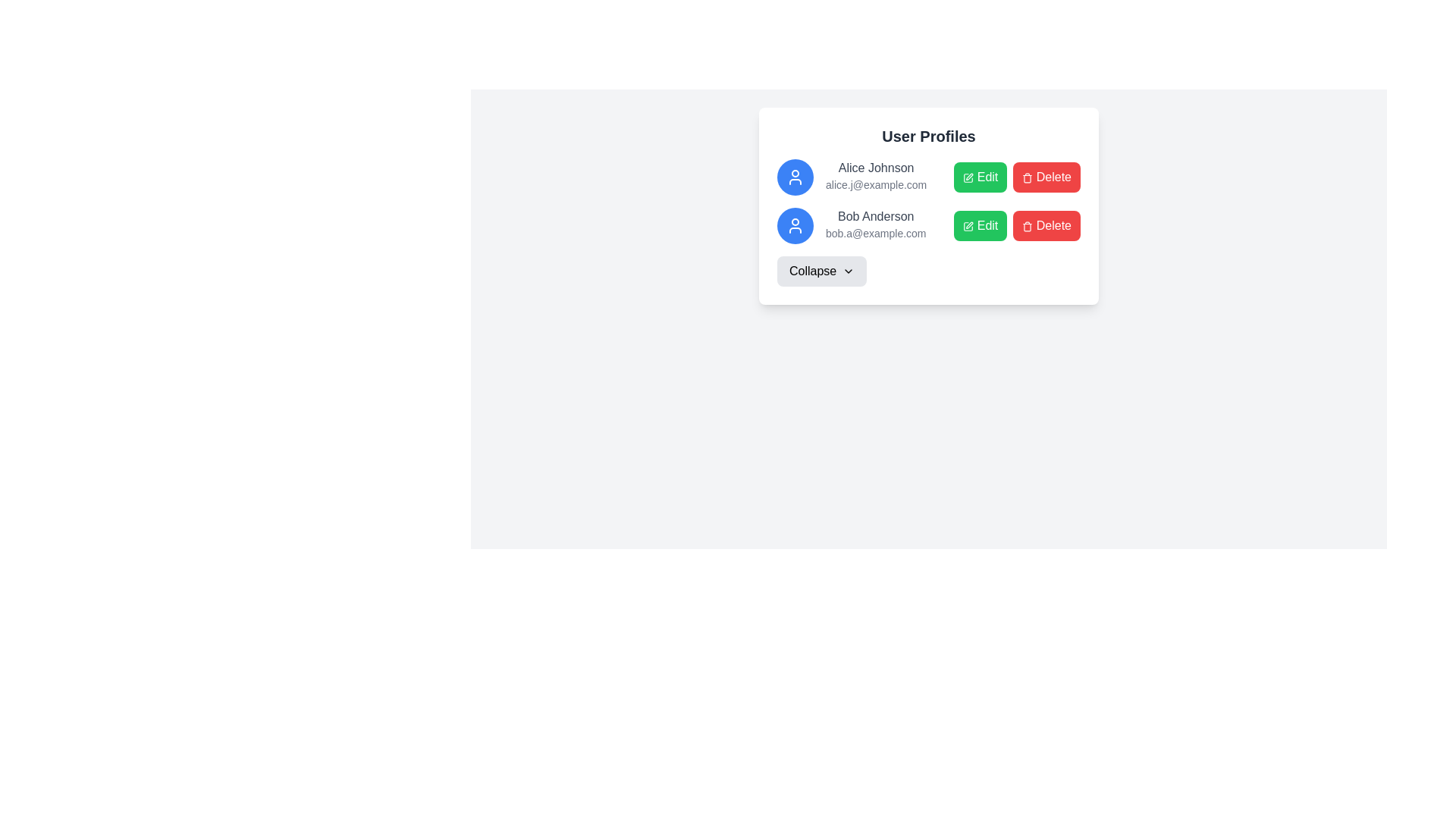 This screenshot has width=1456, height=819. What do you see at coordinates (876, 184) in the screenshot?
I see `the text display field showing 'alice.j@example.com', which is located beneath the name 'Alice Johnson' in the user profile layout` at bounding box center [876, 184].